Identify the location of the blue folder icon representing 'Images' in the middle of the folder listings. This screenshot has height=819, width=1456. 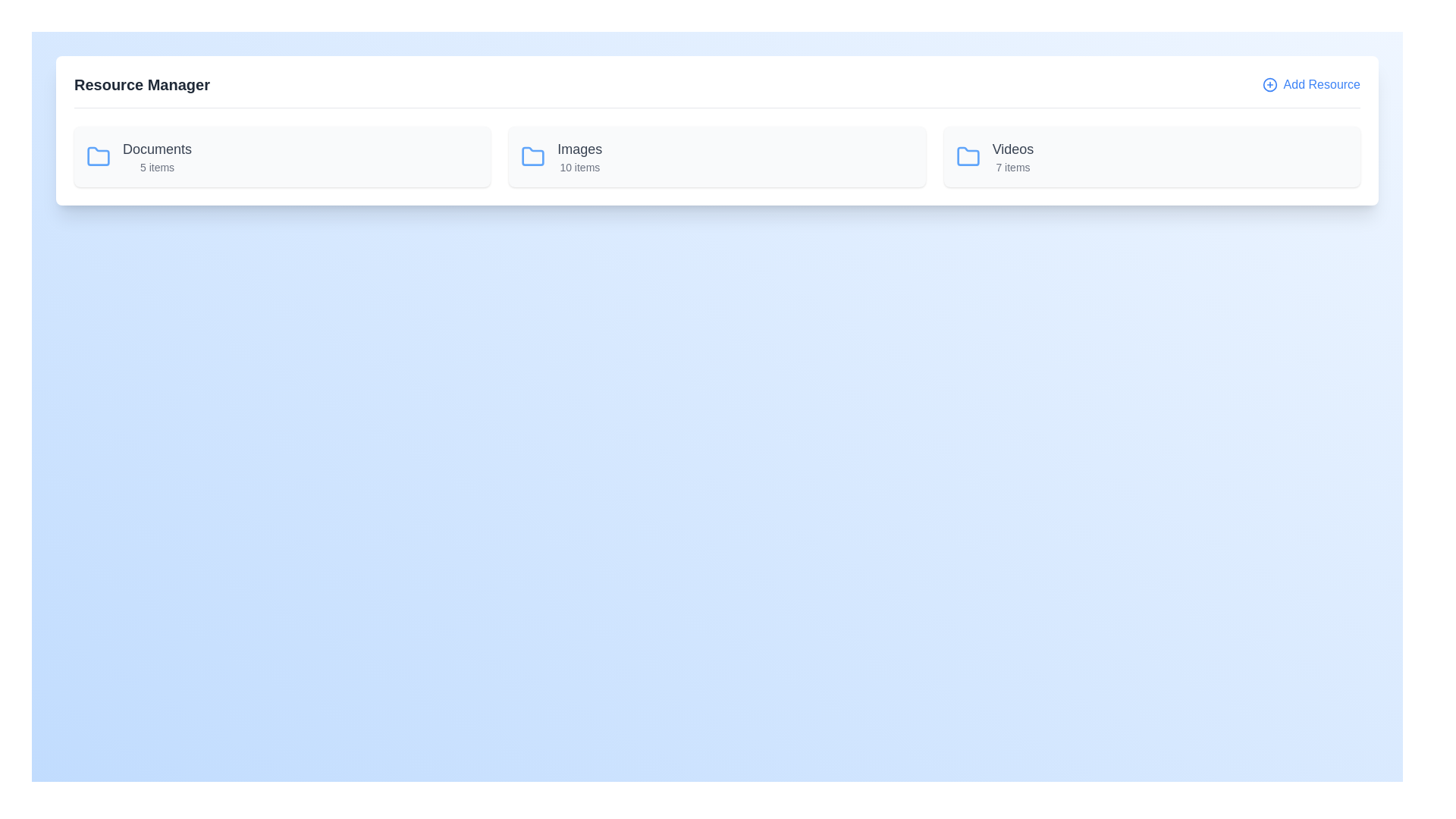
(533, 157).